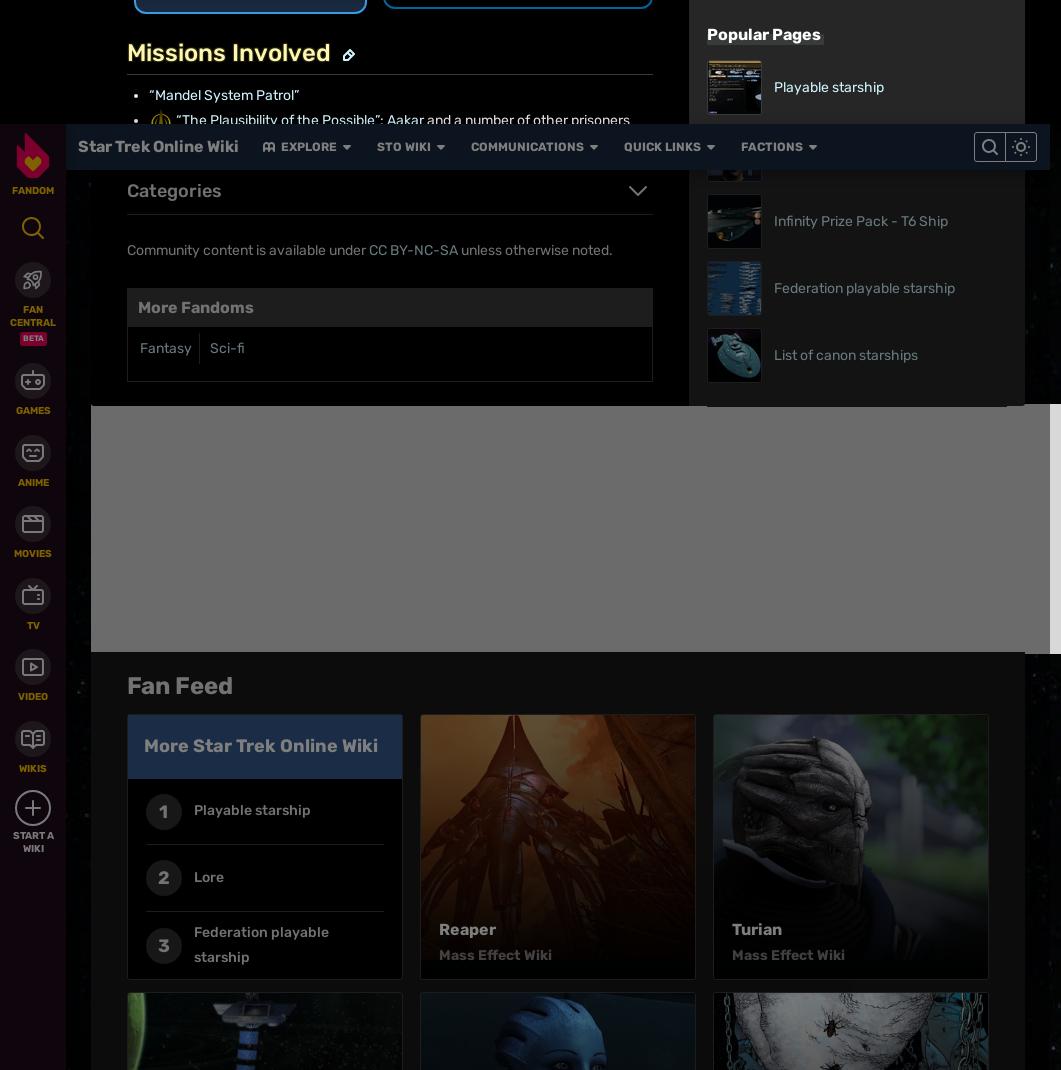 The height and width of the screenshot is (1070, 1061). Describe the element at coordinates (566, 724) in the screenshot. I see `'Advertise'` at that location.